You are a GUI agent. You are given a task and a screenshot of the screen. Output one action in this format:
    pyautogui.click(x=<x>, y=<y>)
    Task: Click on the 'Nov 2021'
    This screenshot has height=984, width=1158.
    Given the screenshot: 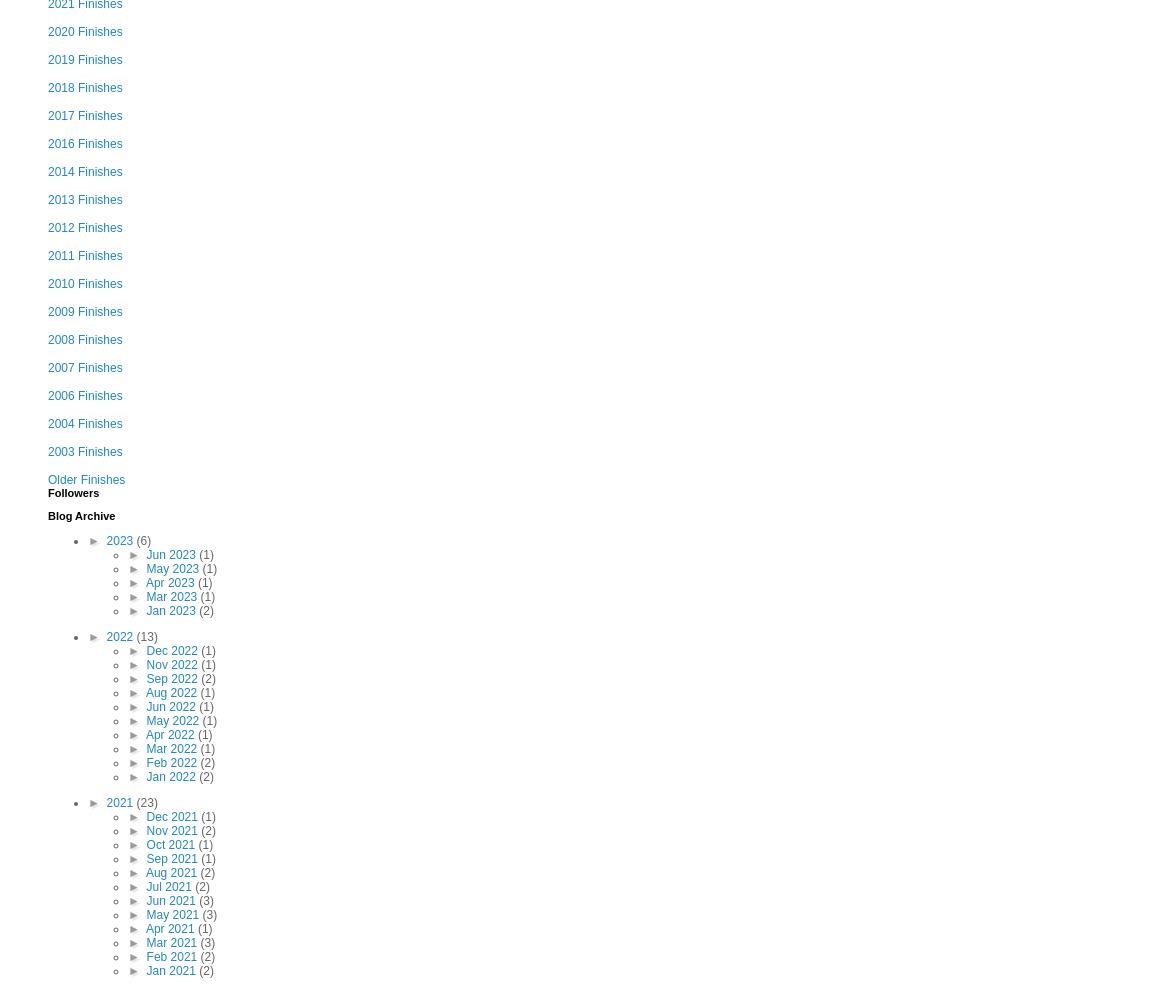 What is the action you would take?
    pyautogui.click(x=172, y=829)
    